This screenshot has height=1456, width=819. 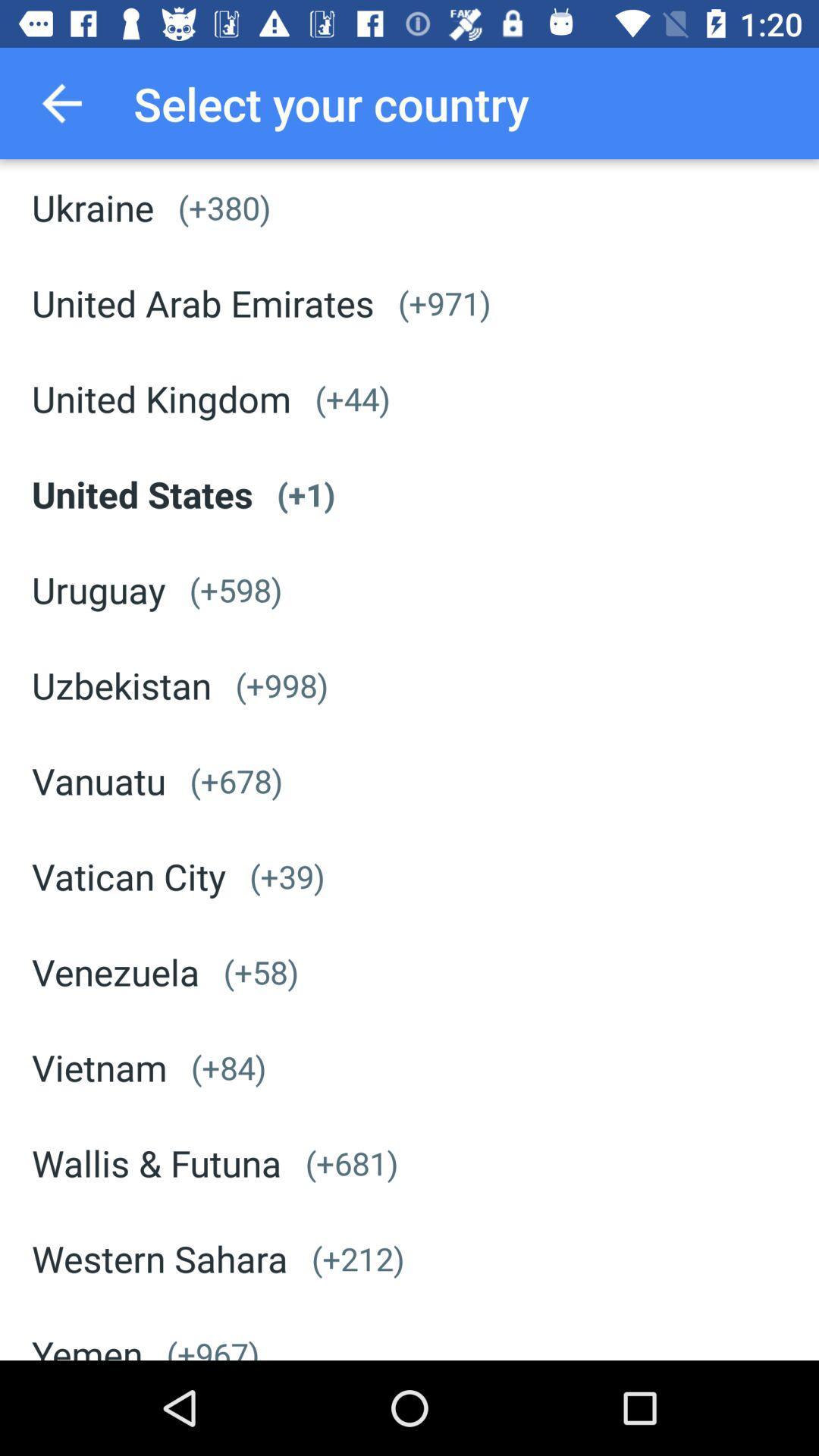 What do you see at coordinates (228, 1066) in the screenshot?
I see `icon above wallis & futuna item` at bounding box center [228, 1066].